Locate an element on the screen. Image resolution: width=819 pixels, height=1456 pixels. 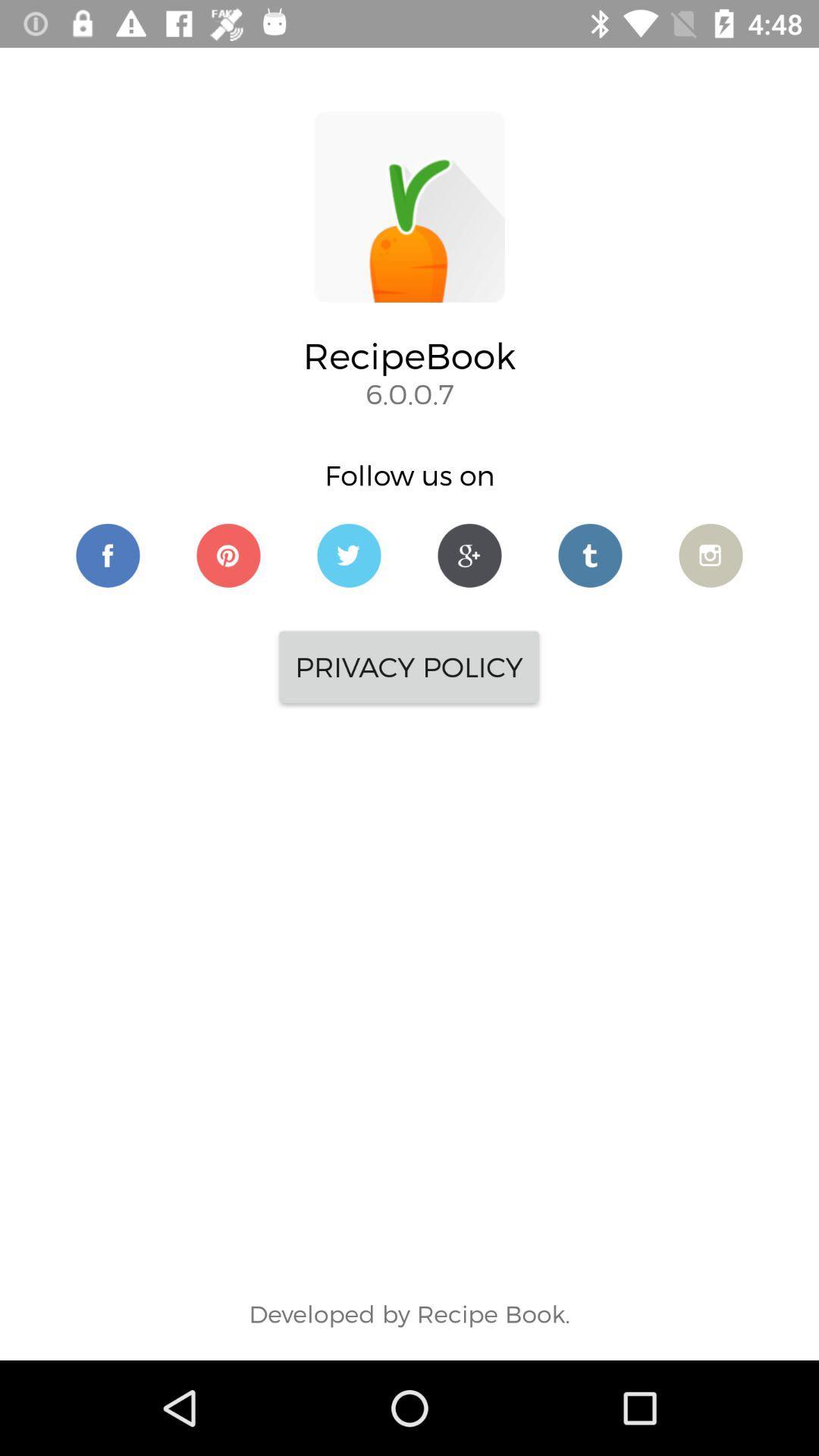
share to facebook is located at coordinates (107, 554).